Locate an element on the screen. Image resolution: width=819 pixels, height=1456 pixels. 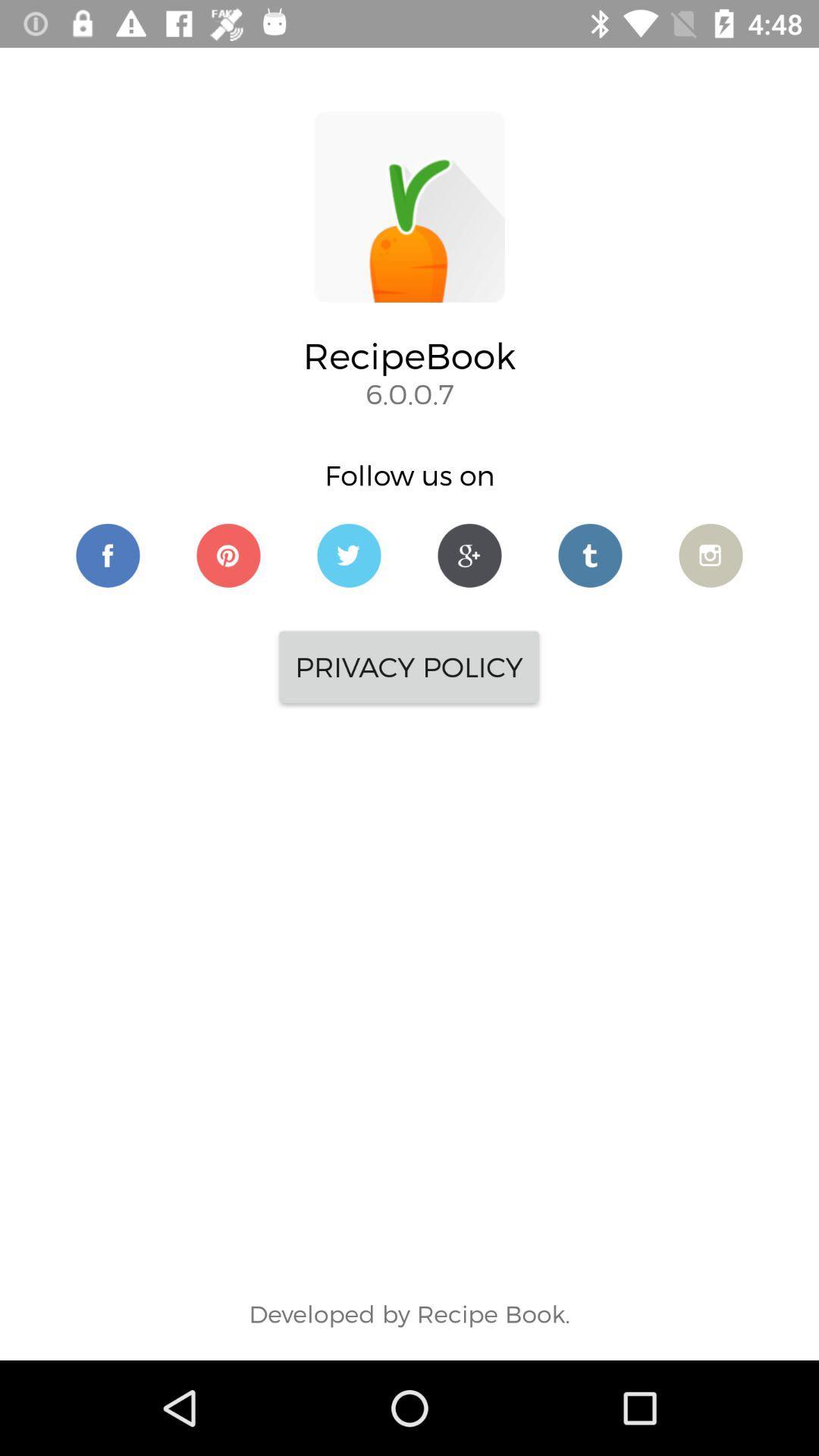
share to facebook is located at coordinates (107, 554).